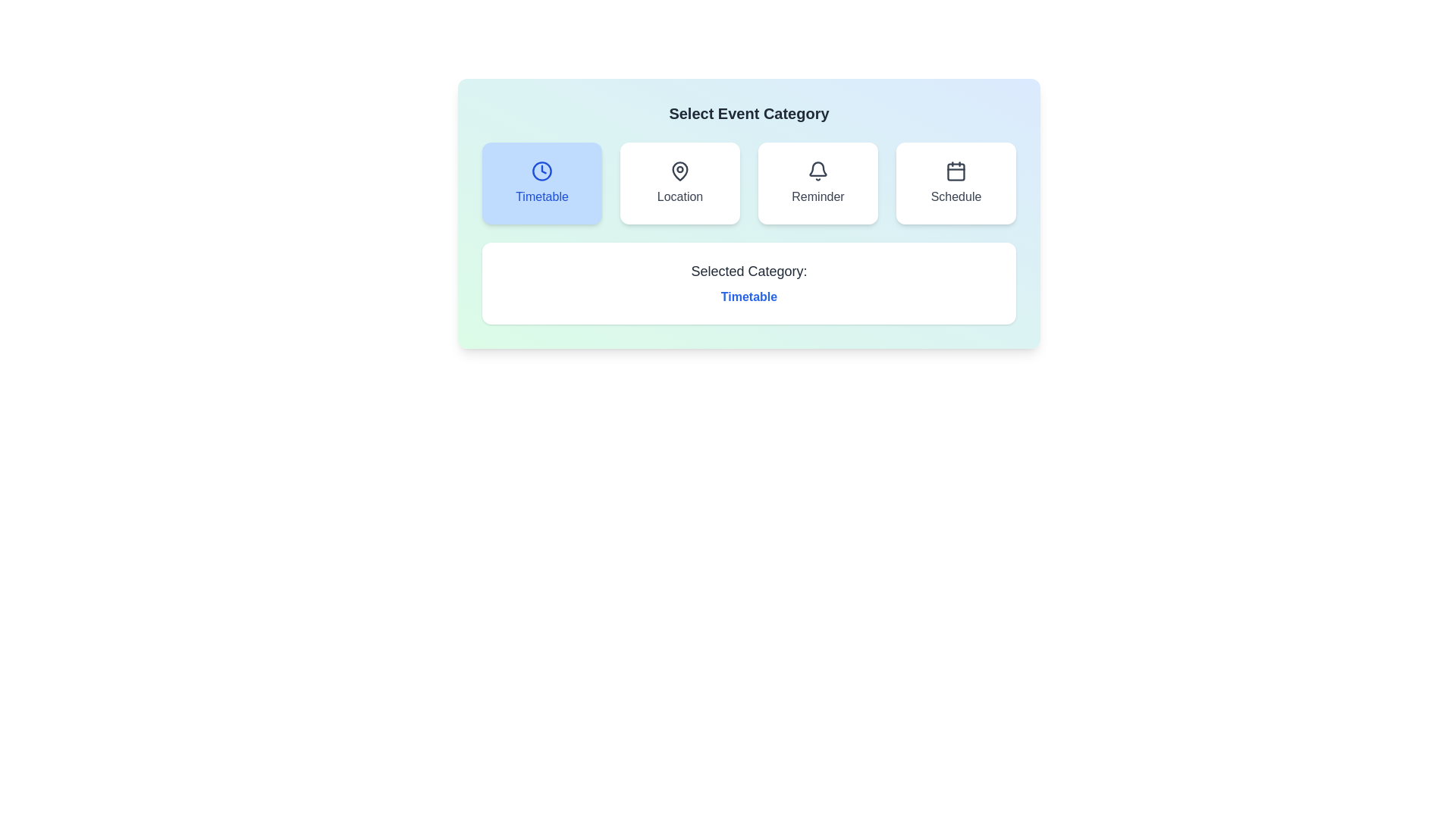 The image size is (1456, 819). Describe the element at coordinates (679, 183) in the screenshot. I see `the button labeled Location to observe its hover effect` at that location.